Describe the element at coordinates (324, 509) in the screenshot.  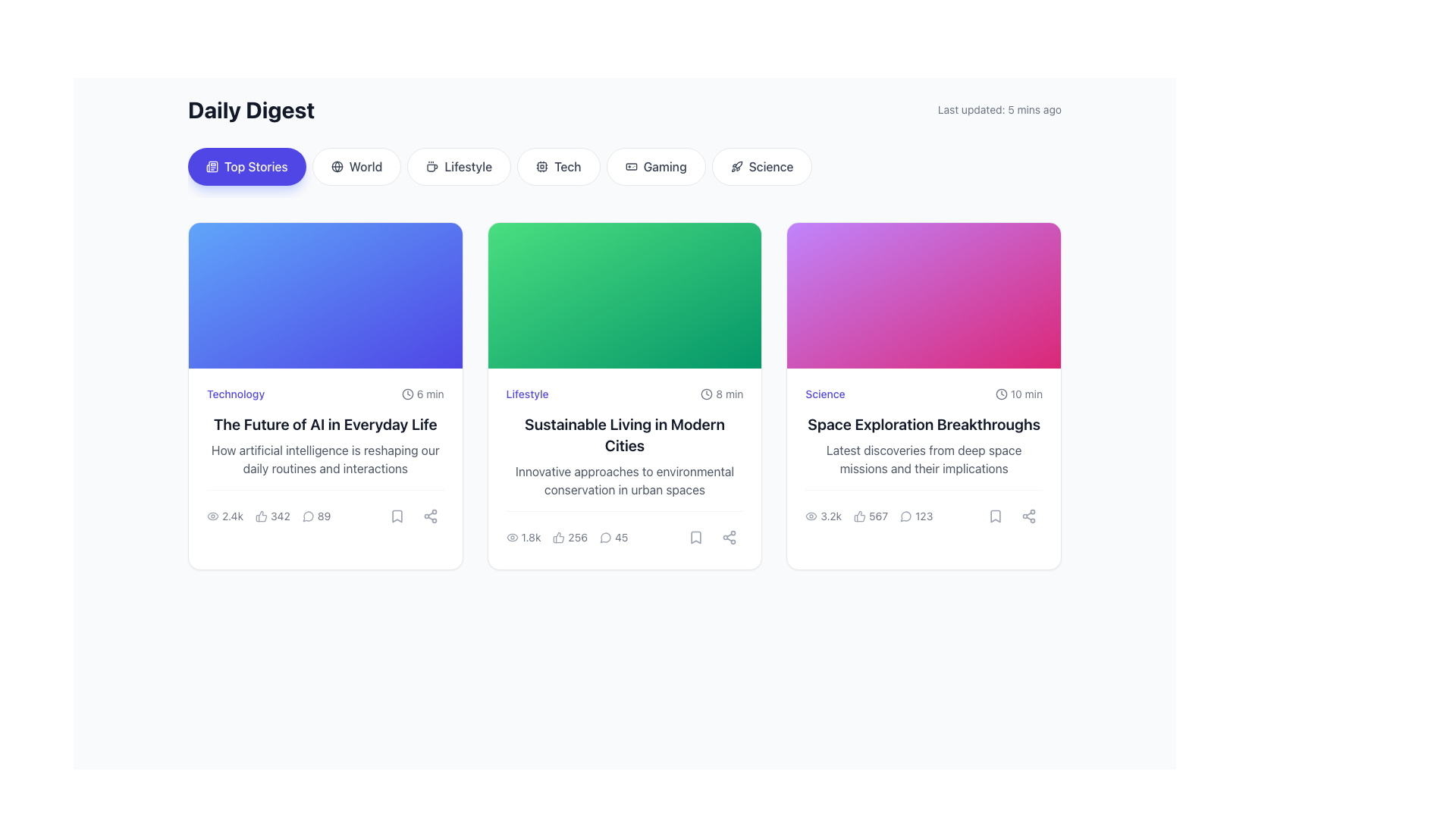
I see `the statistic display at the center of the footer area of the card titled 'The Future of AI in Everyday Life' to perform corresponding actions on the numbers or icons` at that location.